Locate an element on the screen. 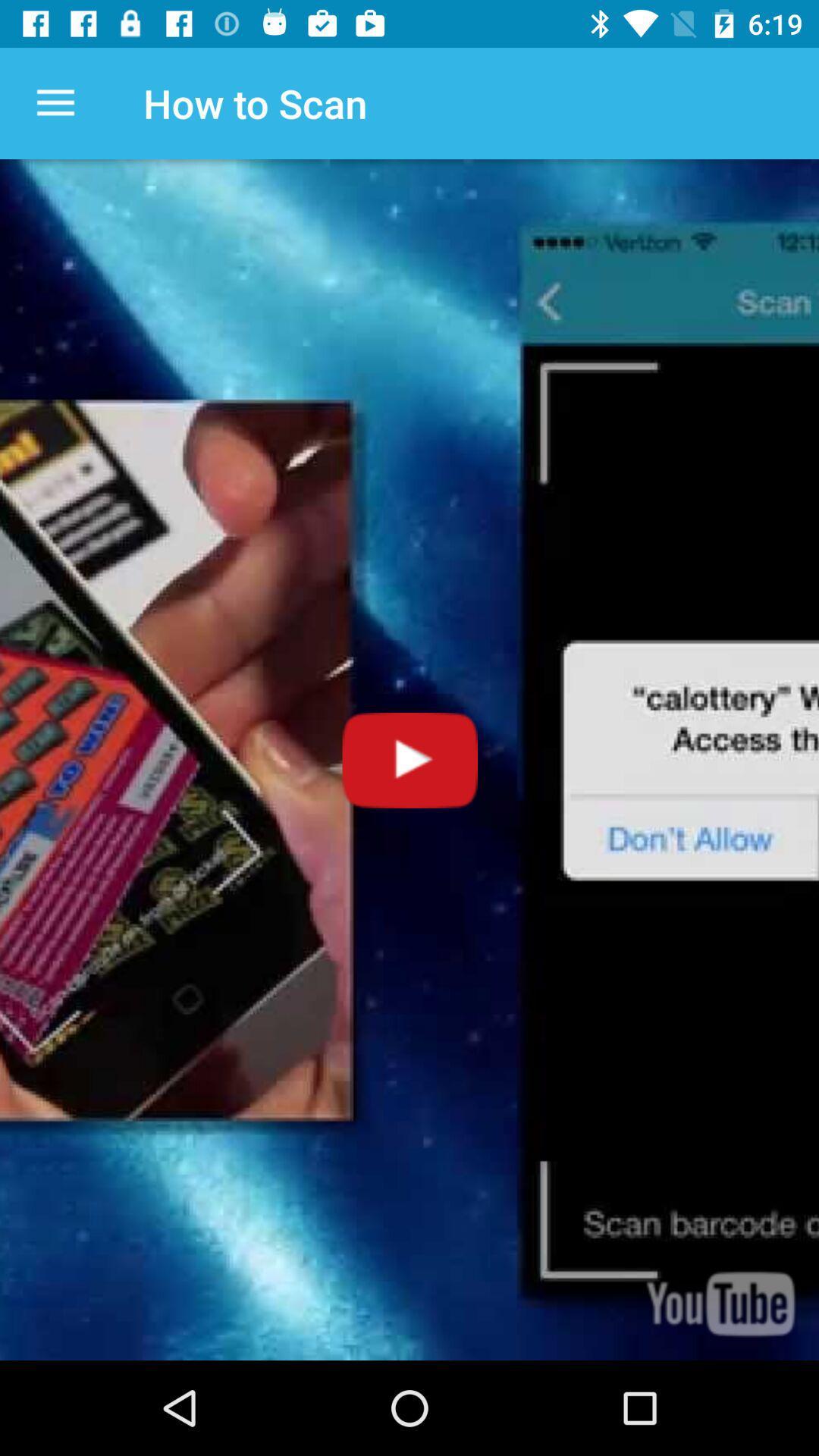  video is located at coordinates (409, 760).